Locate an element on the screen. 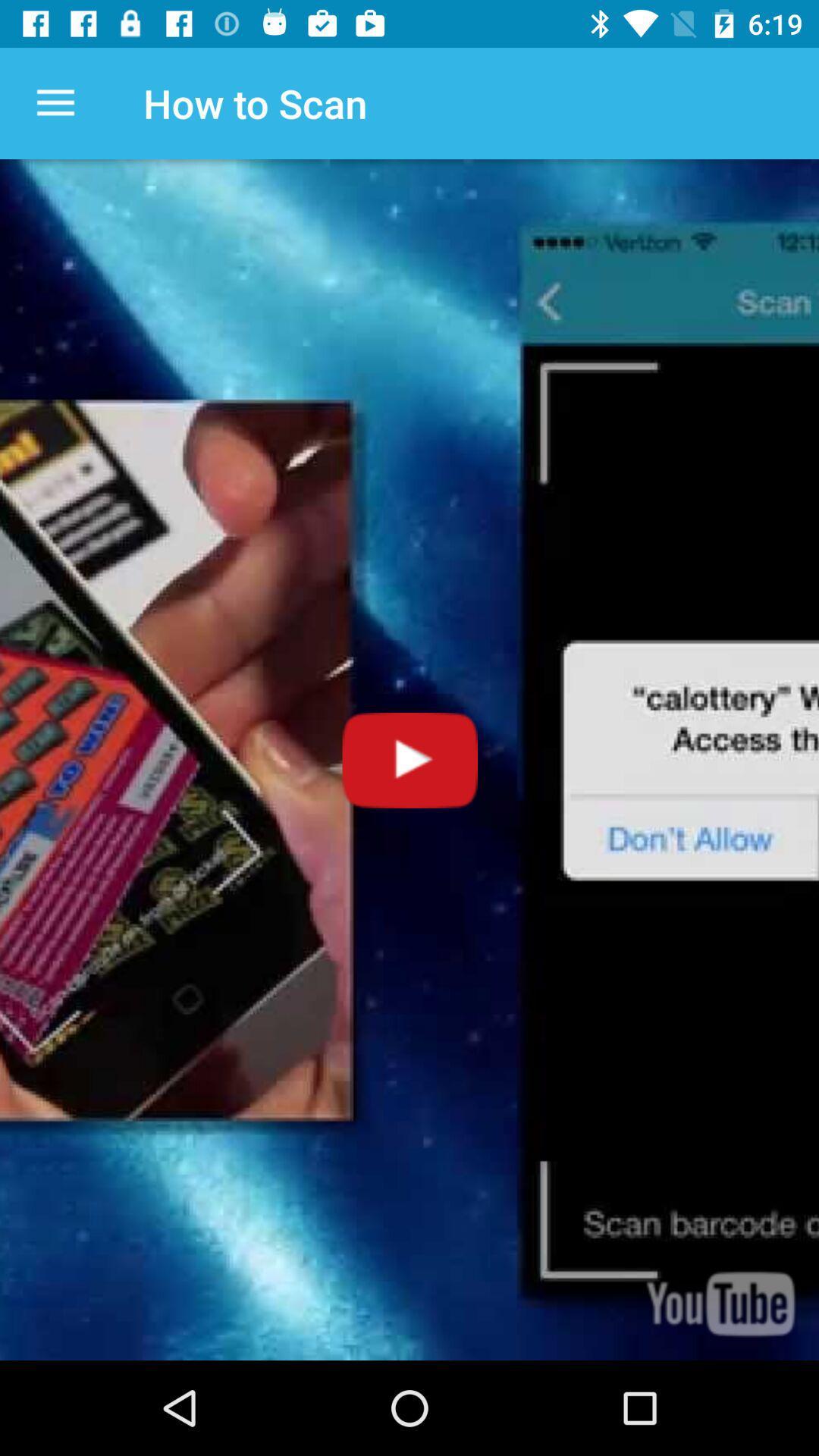  video is located at coordinates (409, 760).